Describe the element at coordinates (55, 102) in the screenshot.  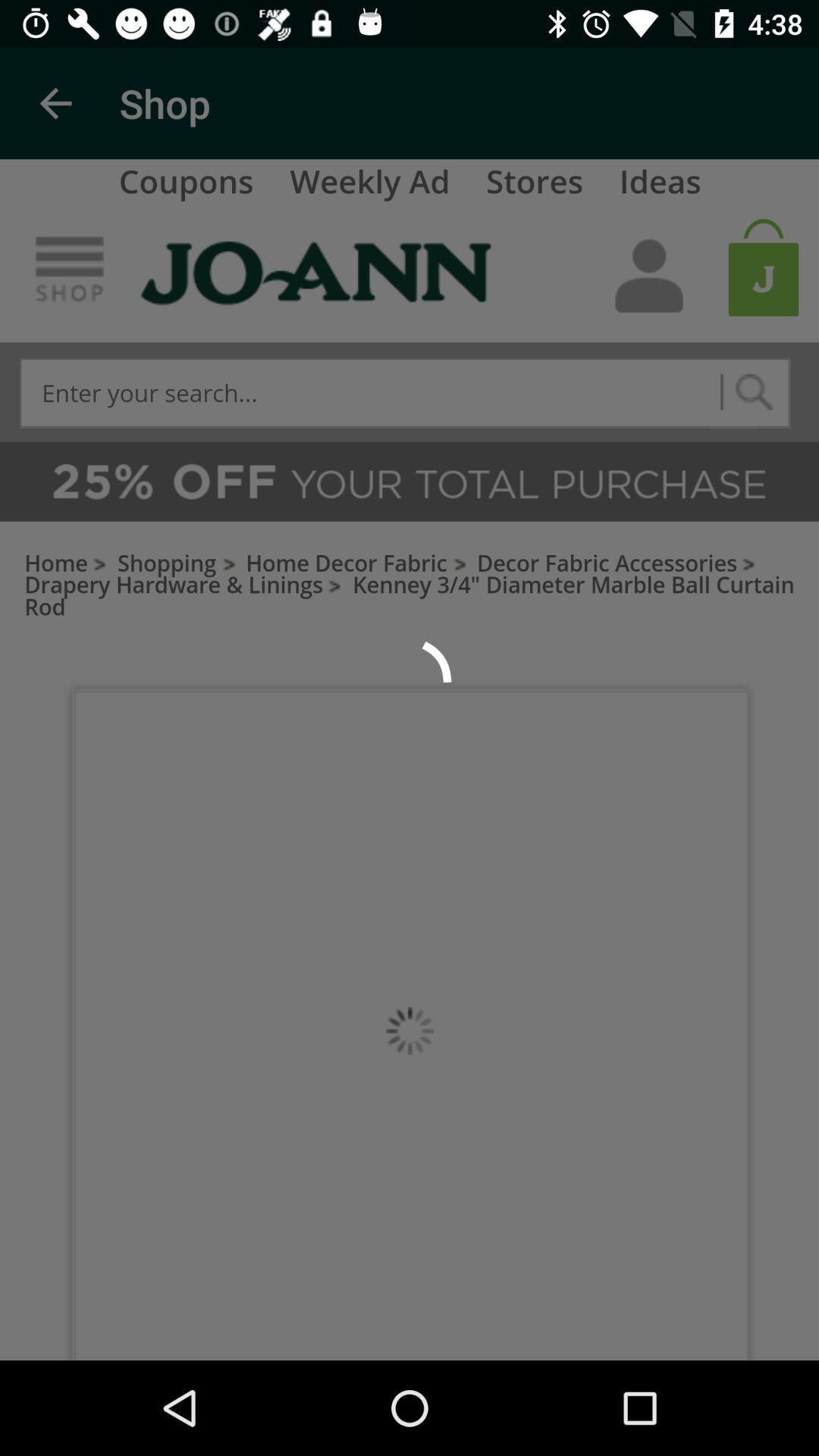
I see `switch to previous page` at that location.